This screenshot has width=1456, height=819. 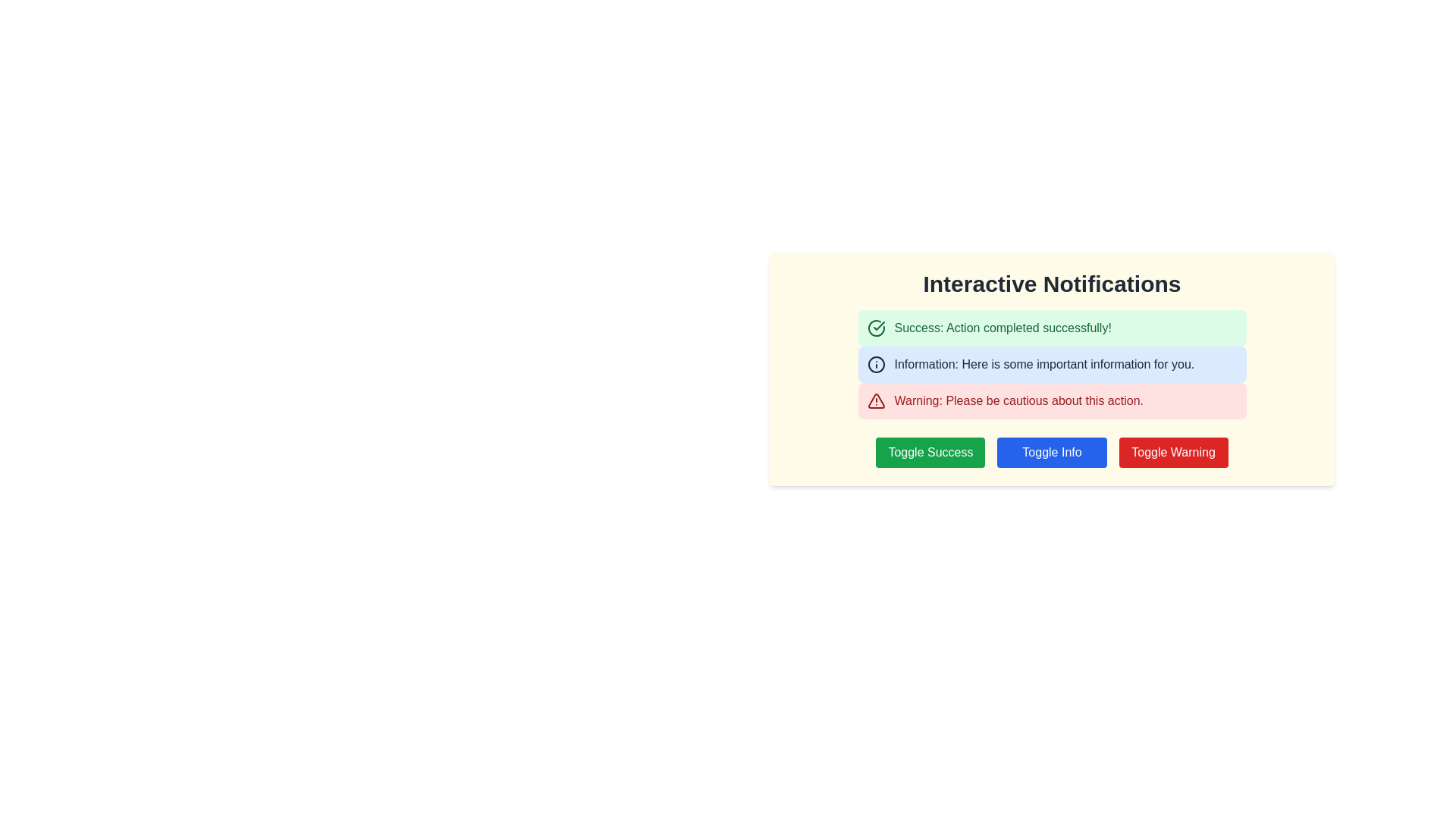 I want to click on the bold title displaying 'Interactive Notifications' at the top of the notification panel, so click(x=1051, y=284).